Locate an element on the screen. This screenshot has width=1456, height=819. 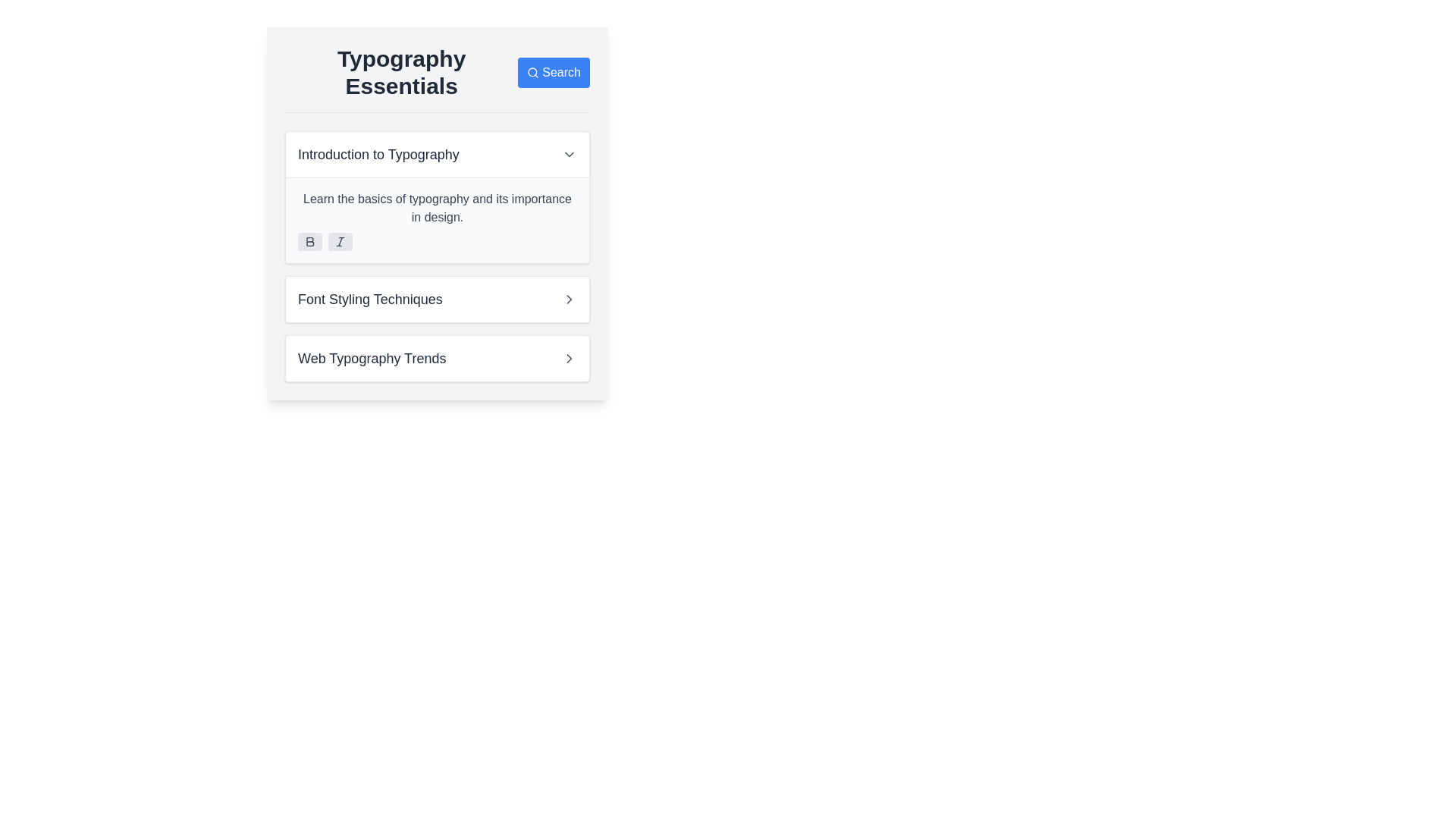
the search button located in the top-right corner of the 'Typography Essentials' section to initiate a search is located at coordinates (553, 73).